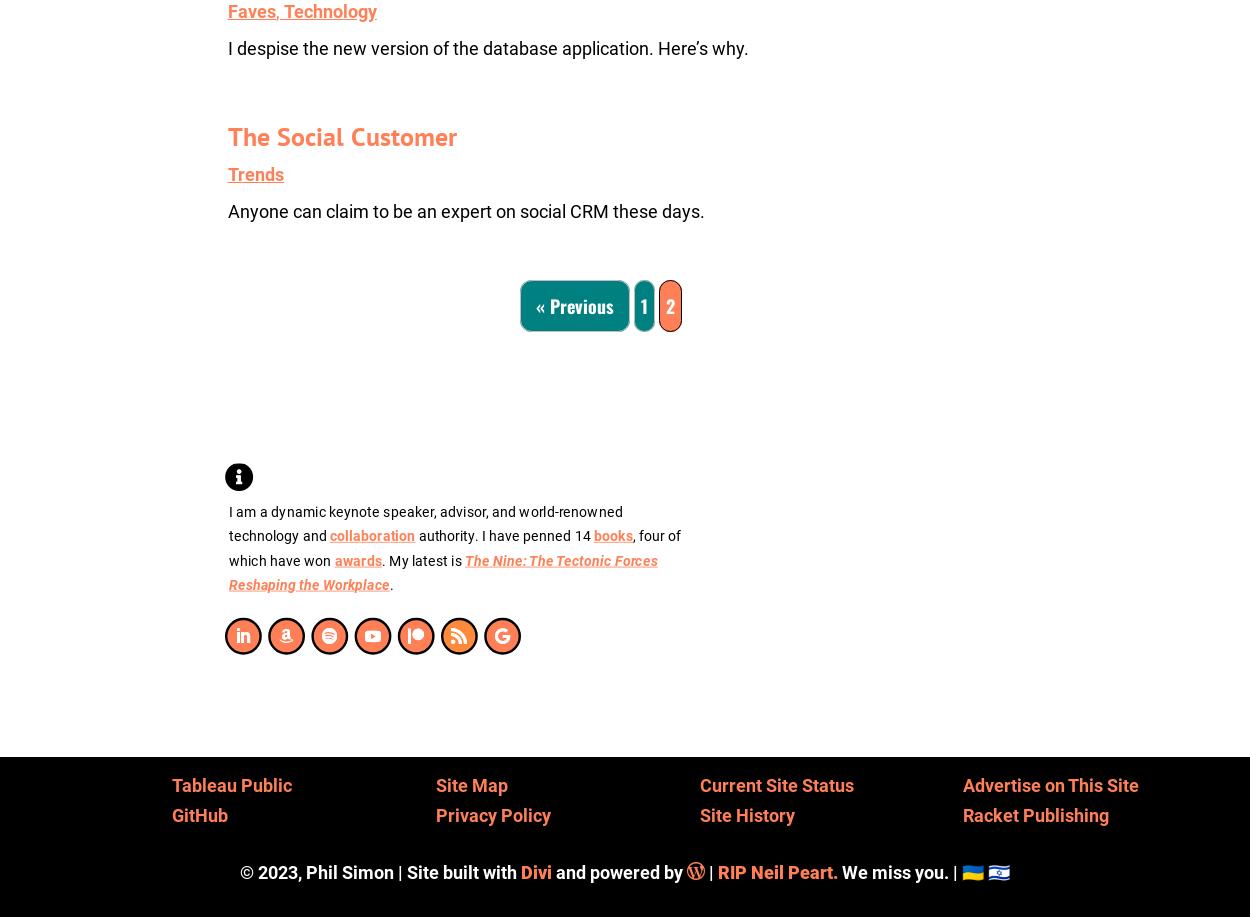 This screenshot has width=1250, height=917. I want to click on 'We miss you. | 🇺🇦 🇮🇱', so click(924, 870).